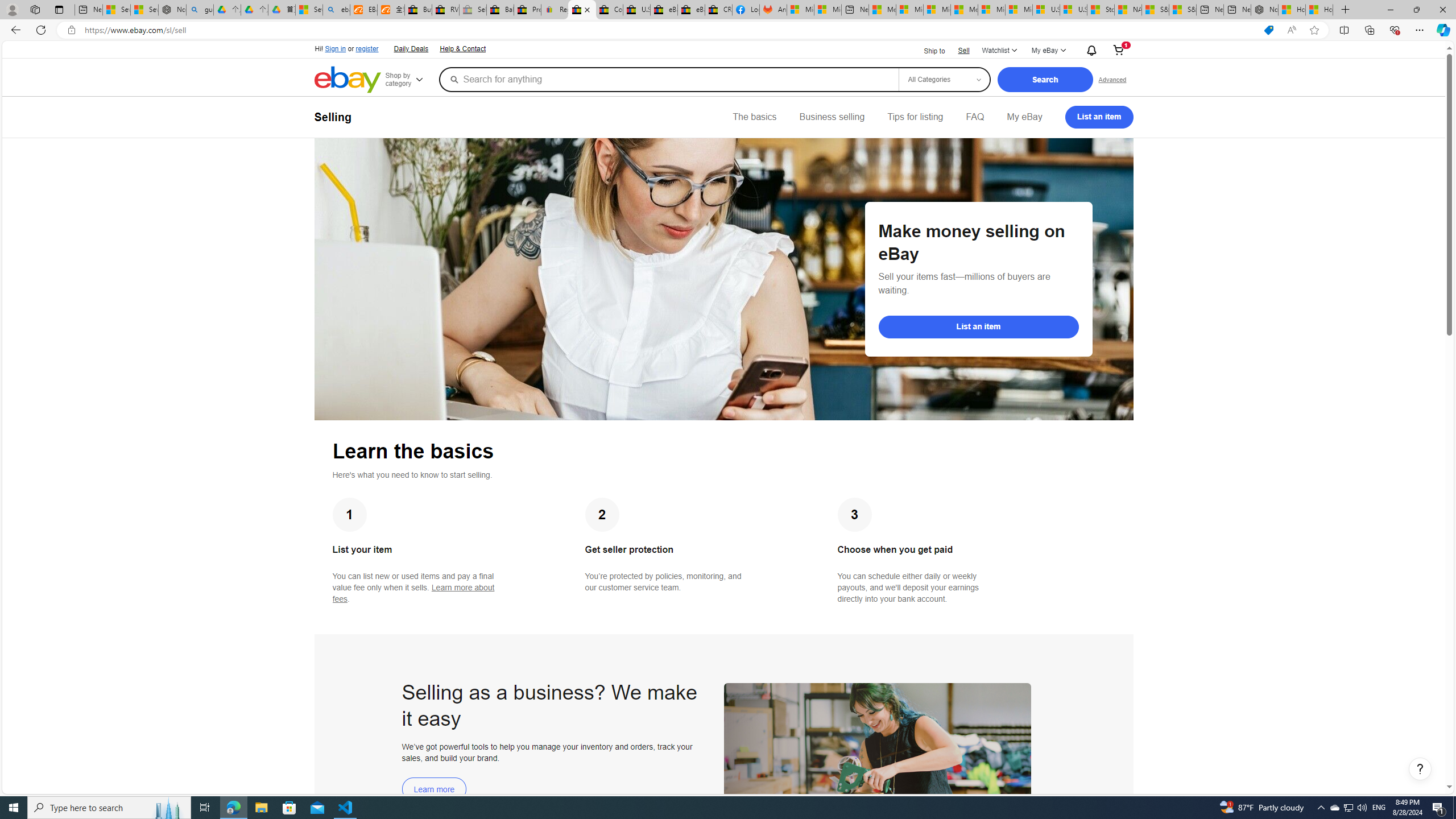  What do you see at coordinates (691, 9) in the screenshot?
I see `'eBay Inc. Reports Third Quarter 2023 Results'` at bounding box center [691, 9].